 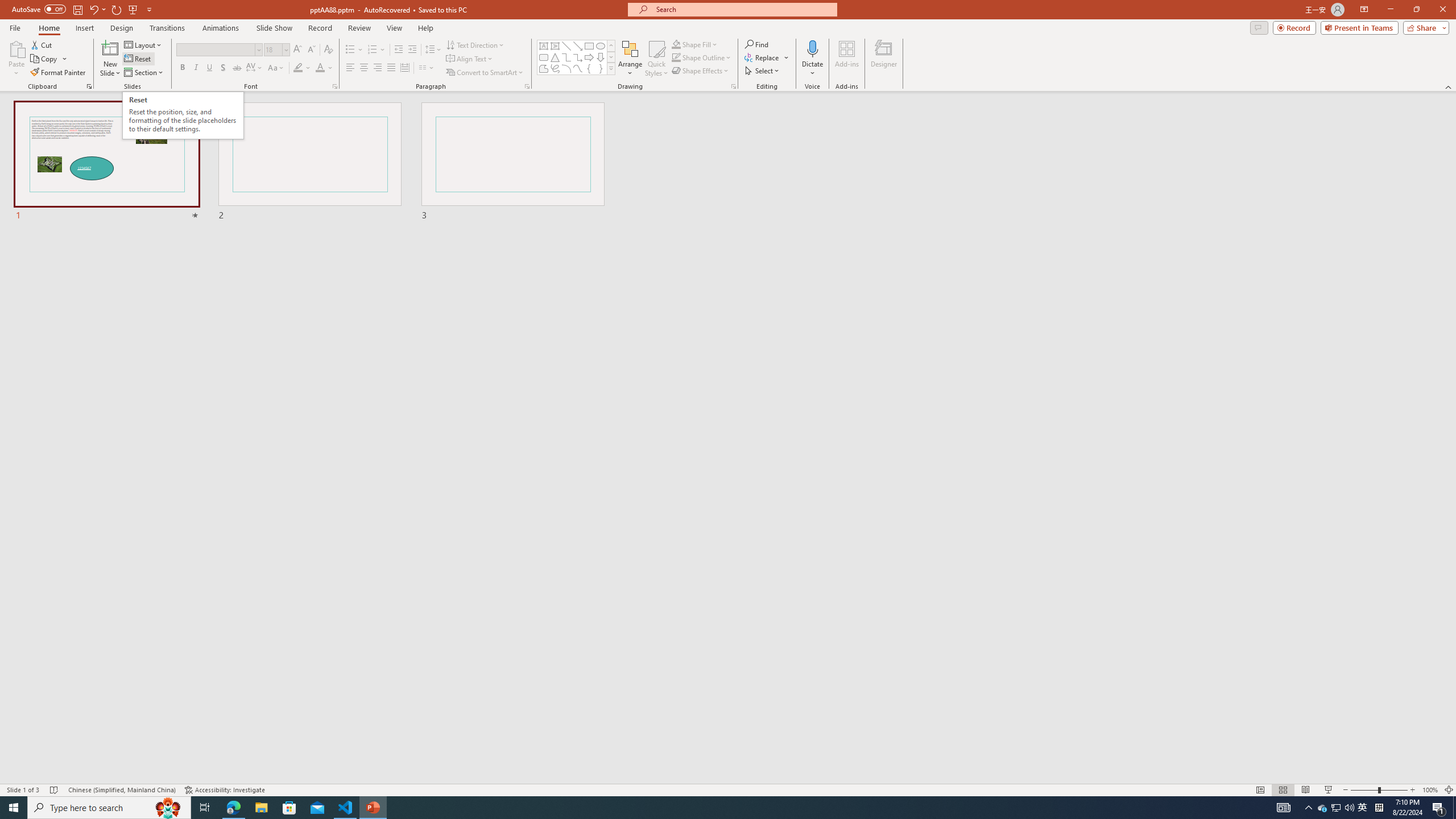 I want to click on 'Zoom 100%', so click(x=1430, y=790).